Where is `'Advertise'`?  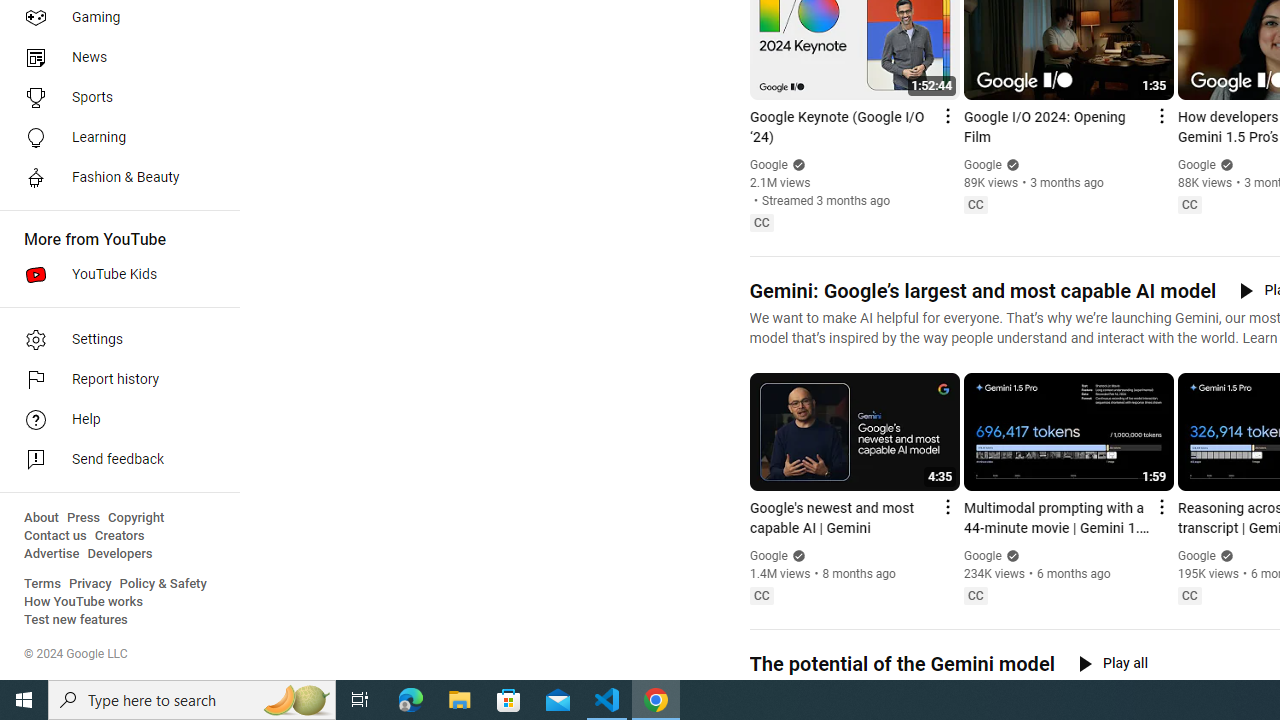
'Advertise' is located at coordinates (51, 554).